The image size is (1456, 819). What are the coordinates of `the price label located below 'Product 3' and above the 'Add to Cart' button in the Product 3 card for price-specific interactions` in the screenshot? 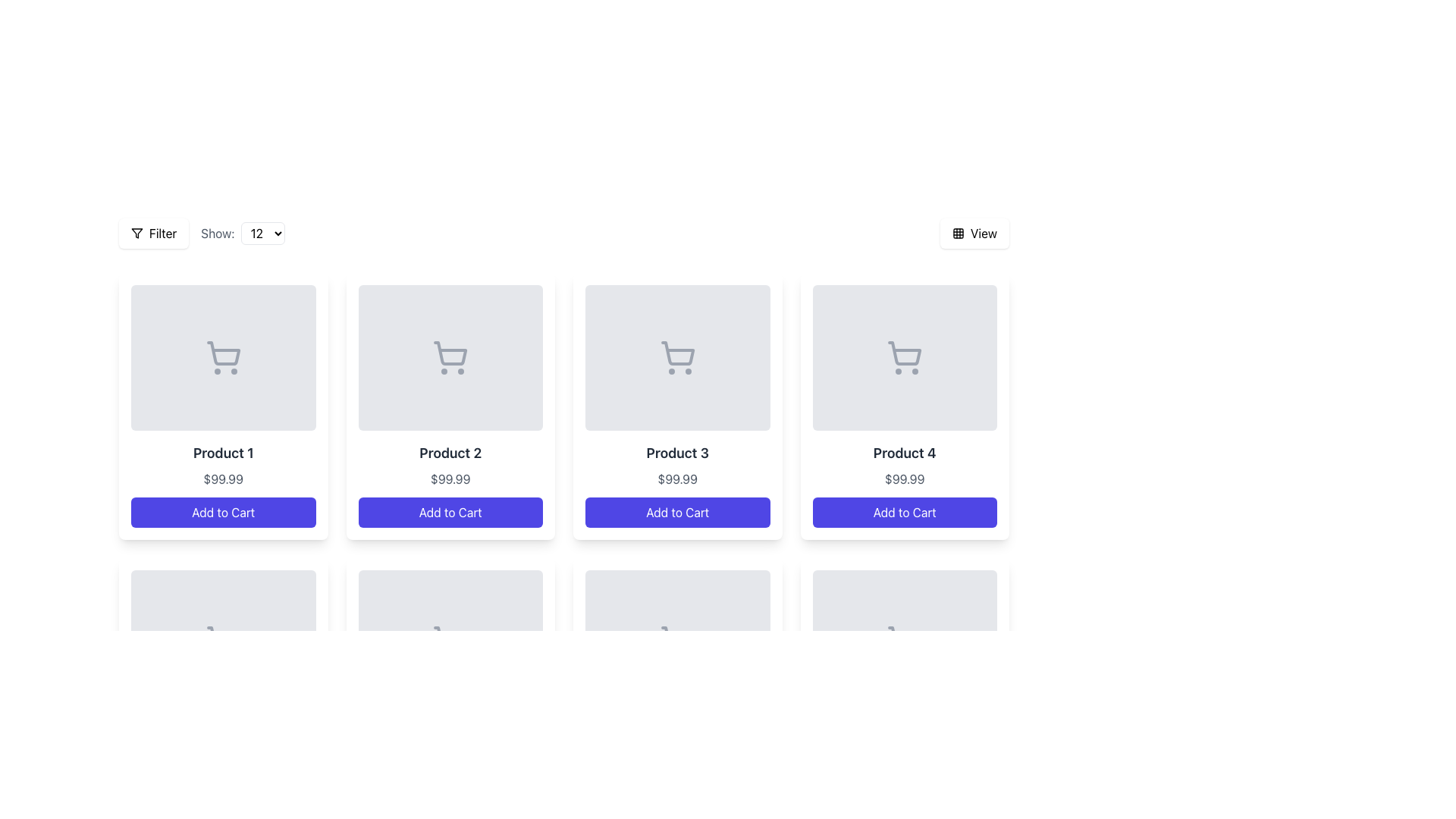 It's located at (676, 479).